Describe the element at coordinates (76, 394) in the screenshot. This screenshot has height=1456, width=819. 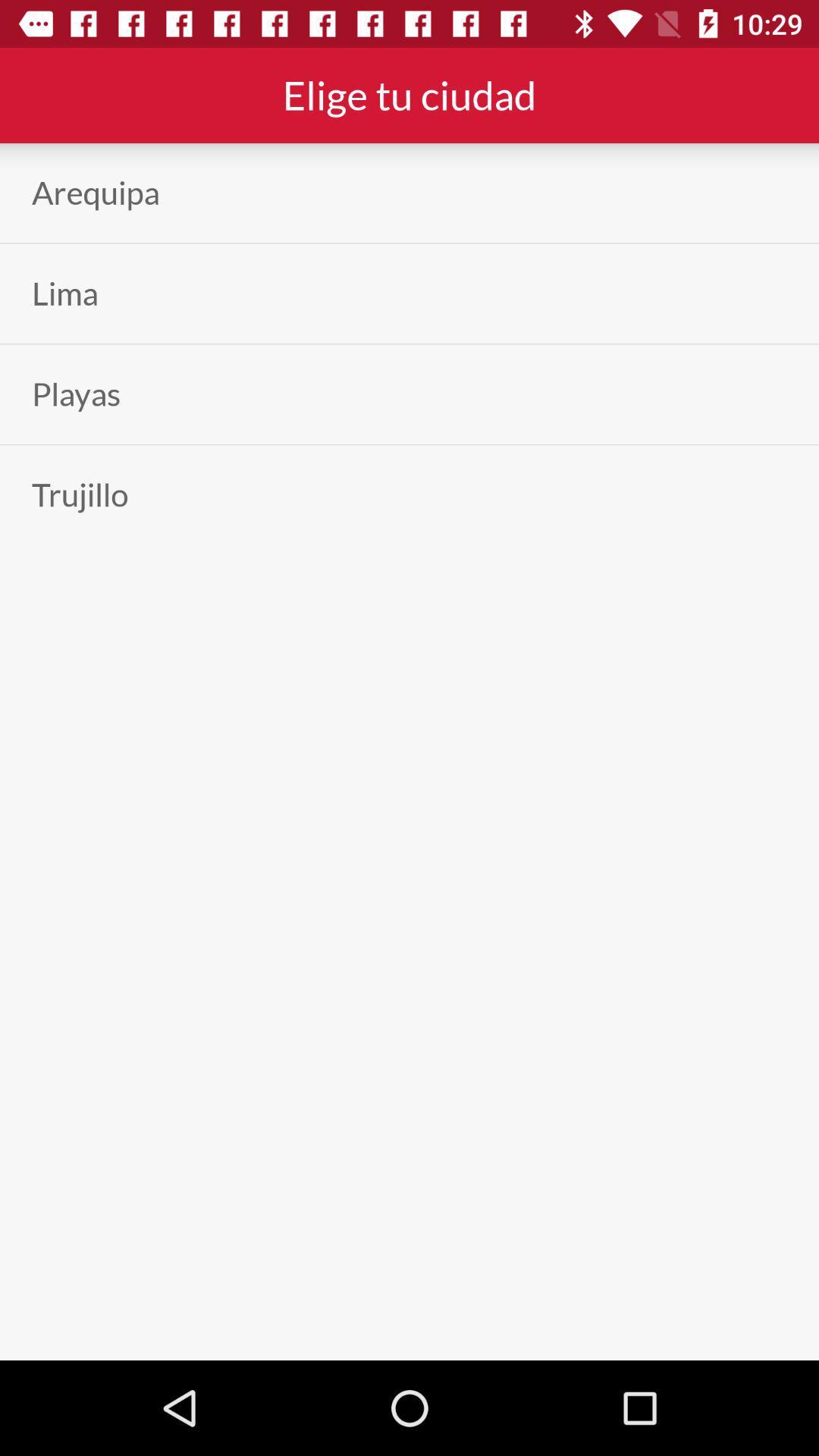
I see `playas item` at that location.